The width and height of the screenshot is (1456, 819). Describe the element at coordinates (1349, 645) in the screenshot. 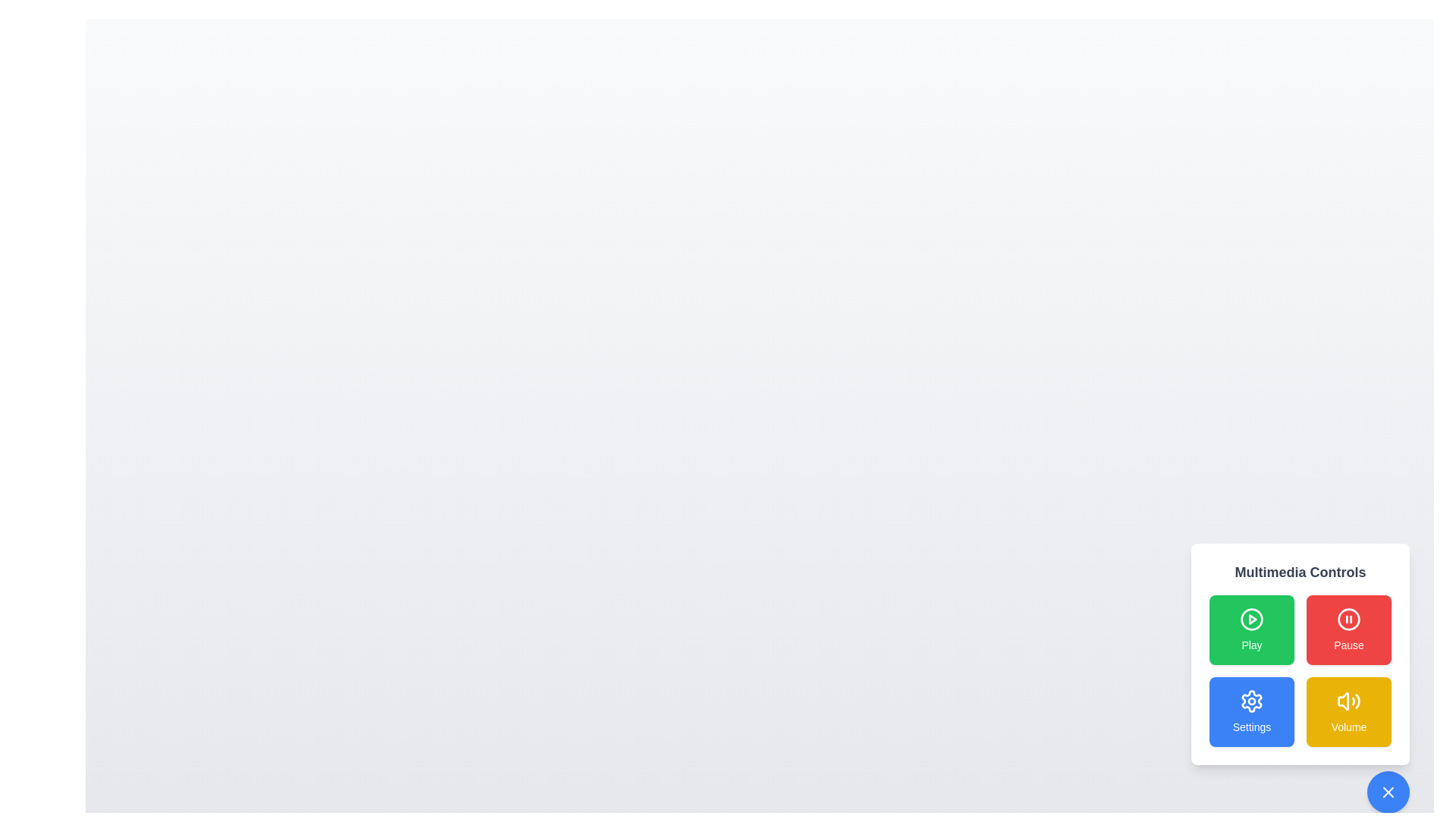

I see `the text label that indicates the functionality of the pause button, which is located within a red rectangular button in the top row and second column of the grid layout` at that location.